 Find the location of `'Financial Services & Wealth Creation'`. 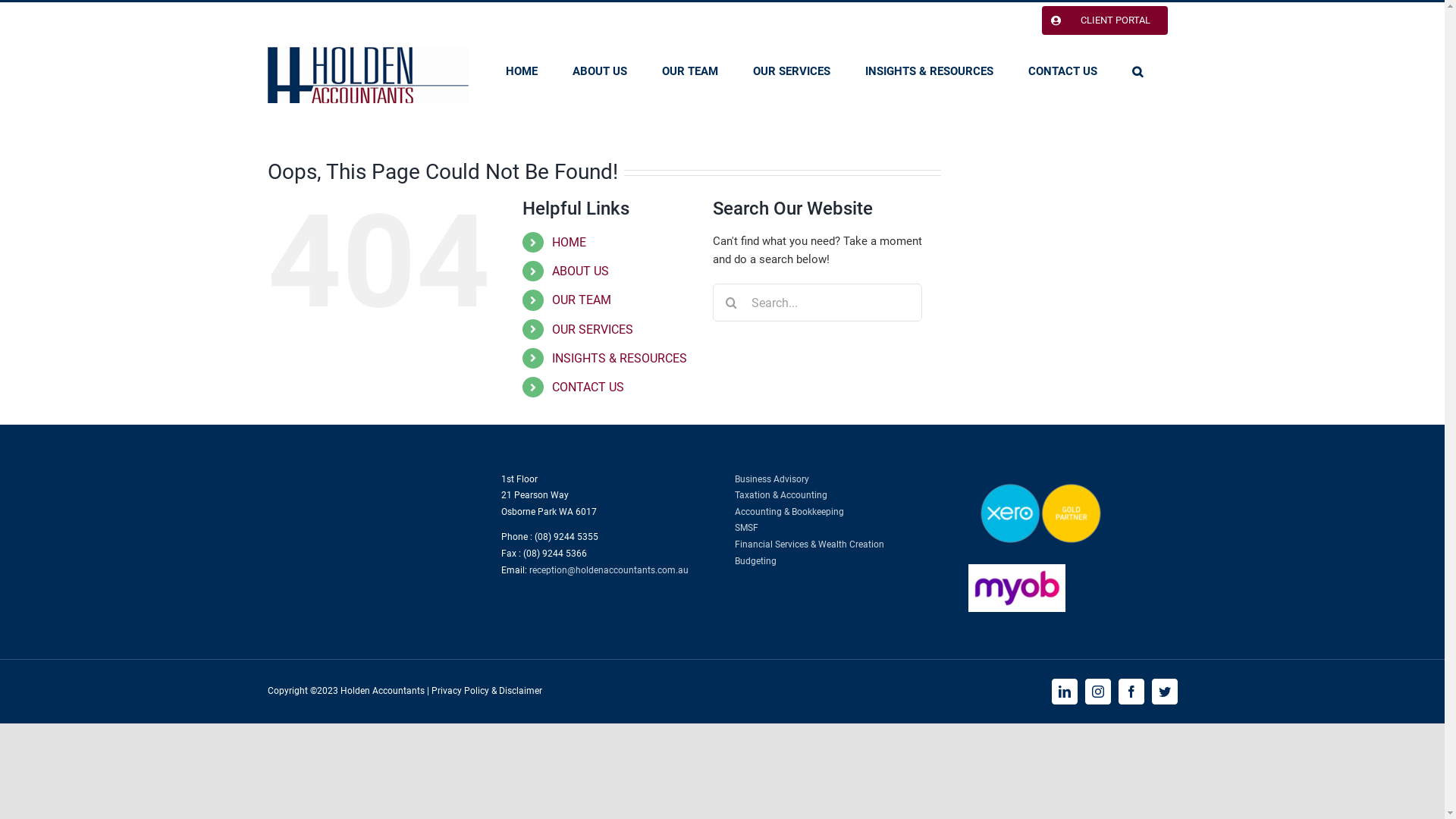

'Financial Services & Wealth Creation' is located at coordinates (808, 543).